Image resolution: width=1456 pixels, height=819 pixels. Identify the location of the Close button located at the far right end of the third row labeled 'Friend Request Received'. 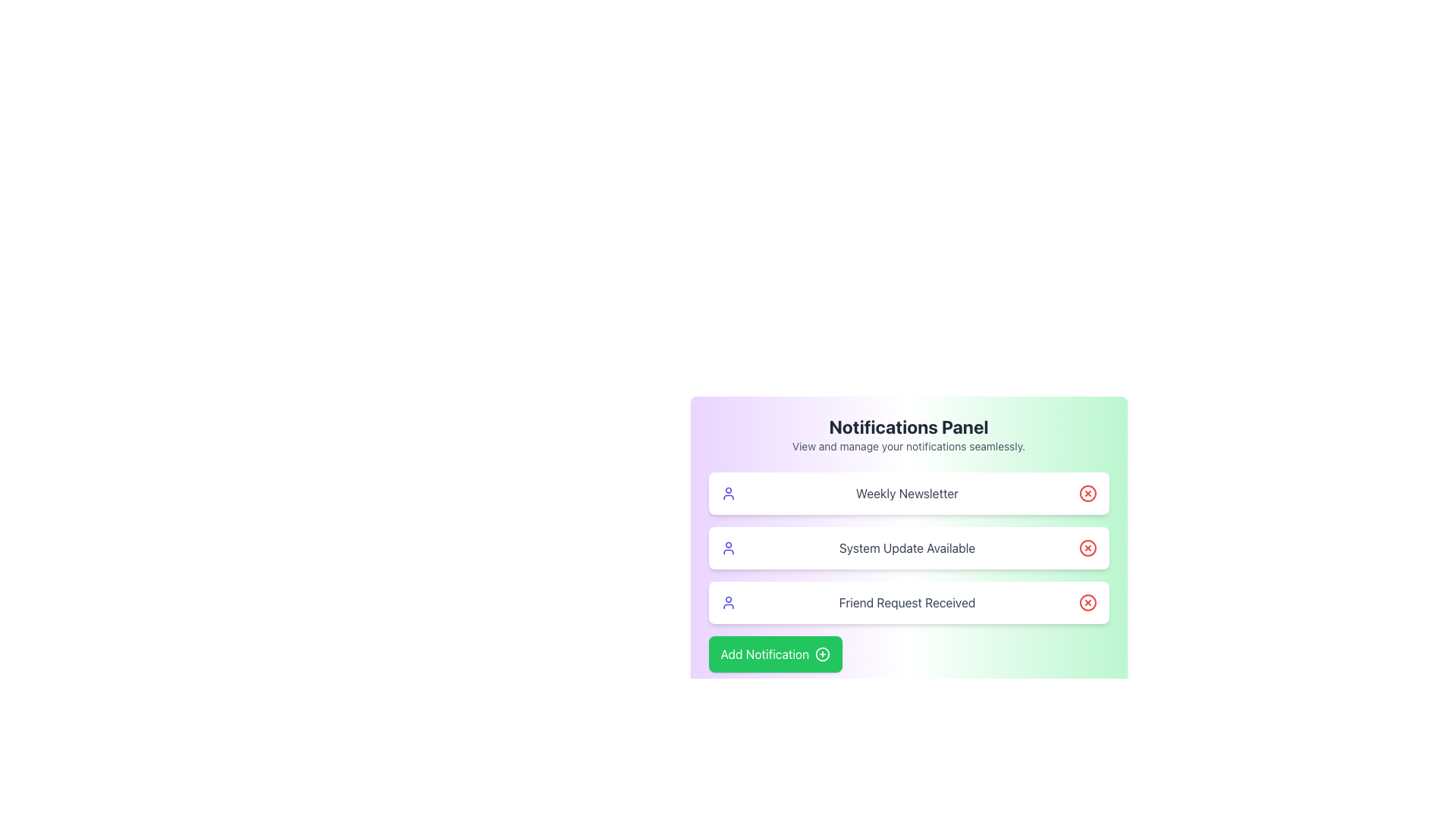
(1087, 601).